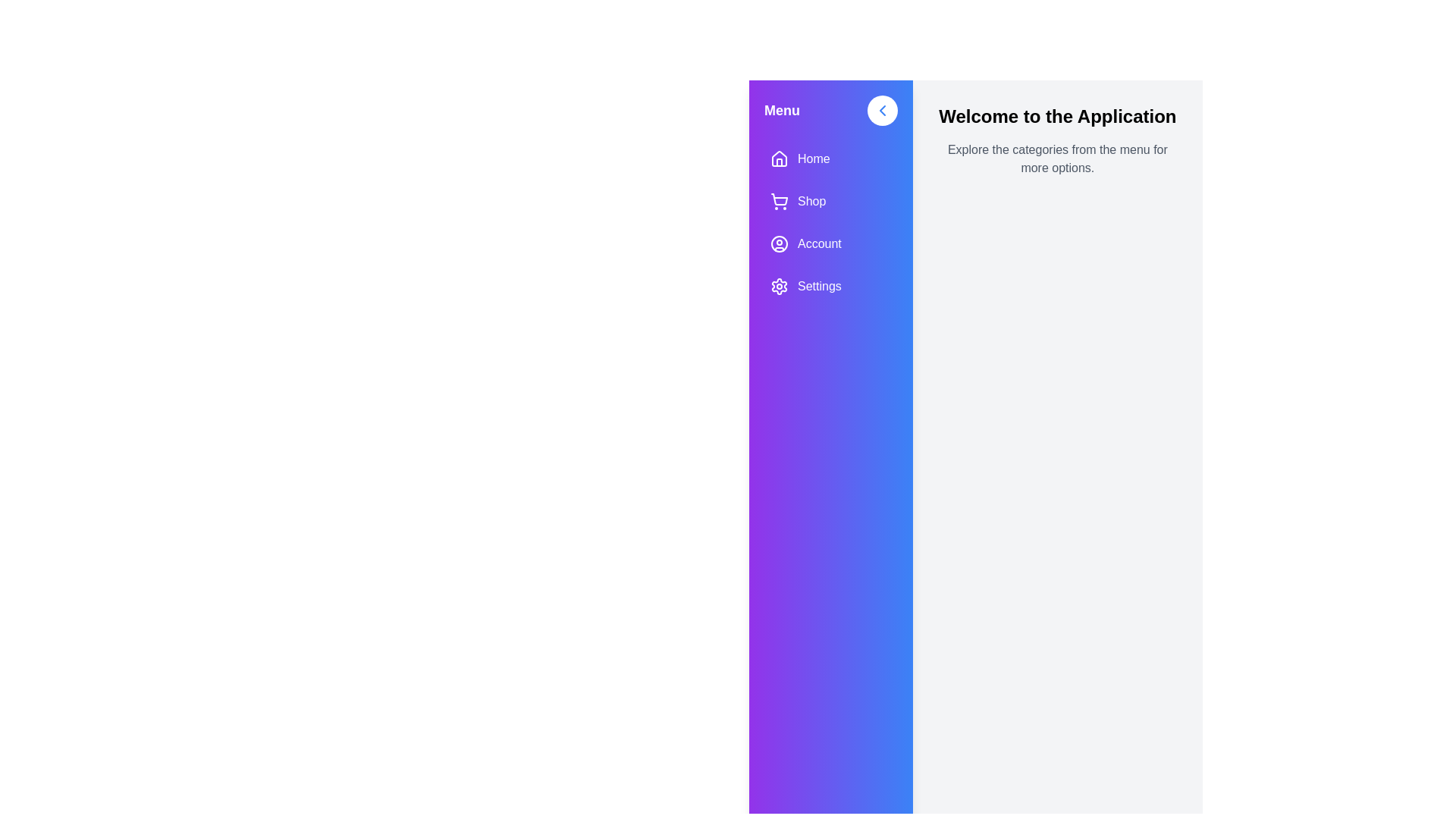  What do you see at coordinates (779, 162) in the screenshot?
I see `the lower portion of the house-shaped graphical component next to the 'Home' label in the sidebar` at bounding box center [779, 162].